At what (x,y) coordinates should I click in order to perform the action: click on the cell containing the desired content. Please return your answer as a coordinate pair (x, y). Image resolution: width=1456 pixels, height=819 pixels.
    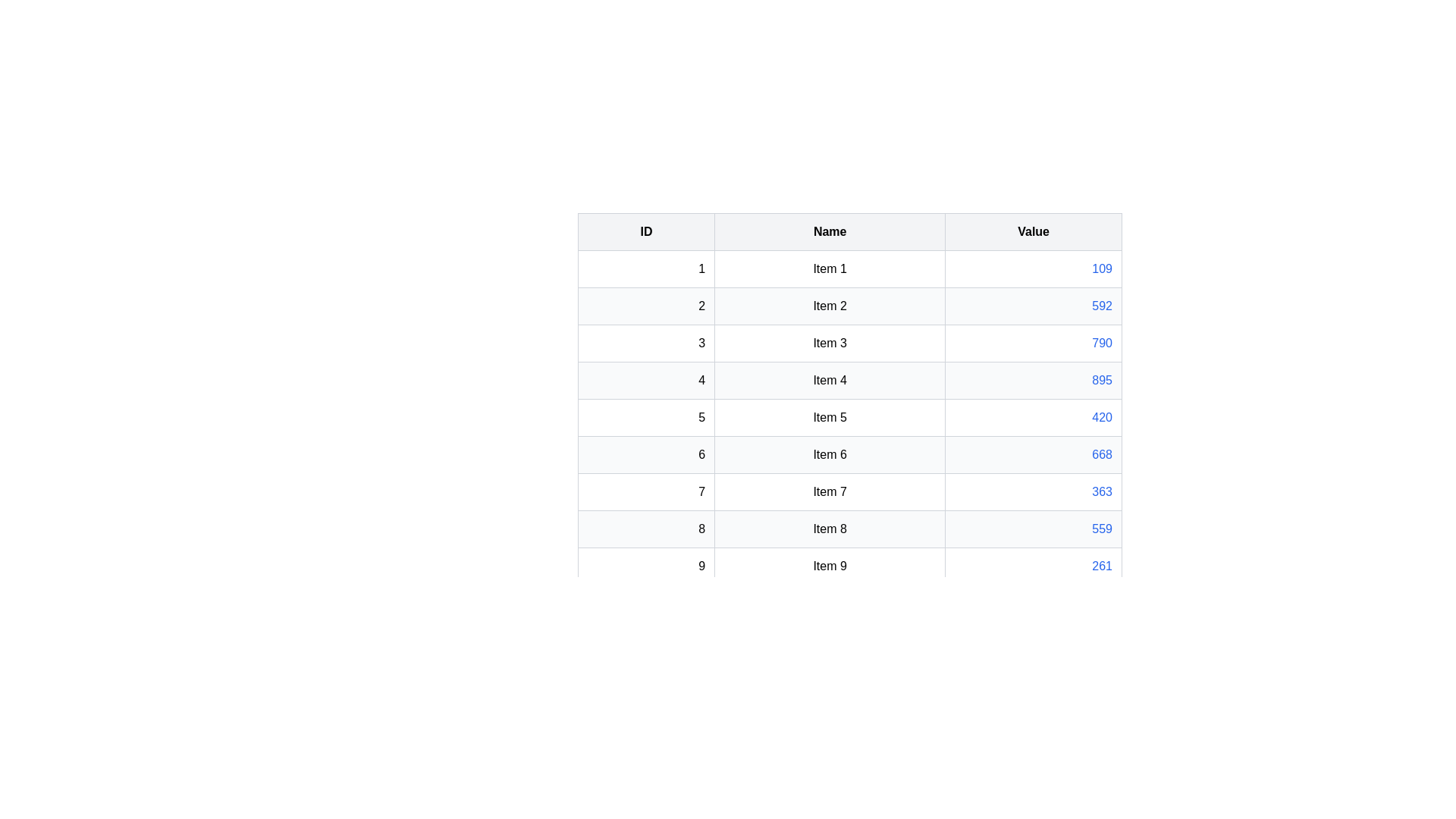
    Looking at the image, I should click on (850, 268).